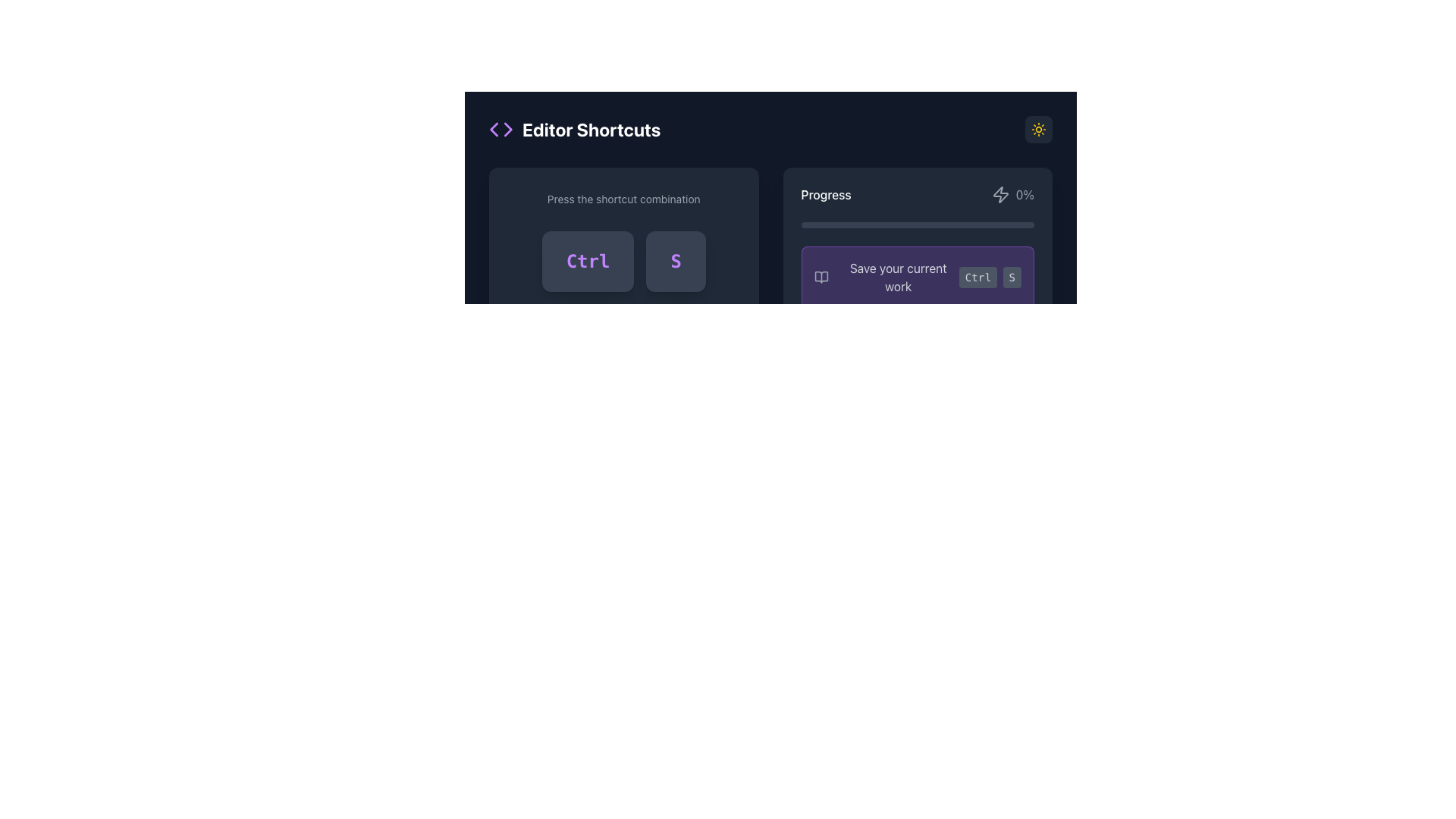 The width and height of the screenshot is (1456, 819). Describe the element at coordinates (1000, 194) in the screenshot. I see `the lightning bolt icon located in the top-right corner of the highlighted region, next to the 'Progress' label` at that location.